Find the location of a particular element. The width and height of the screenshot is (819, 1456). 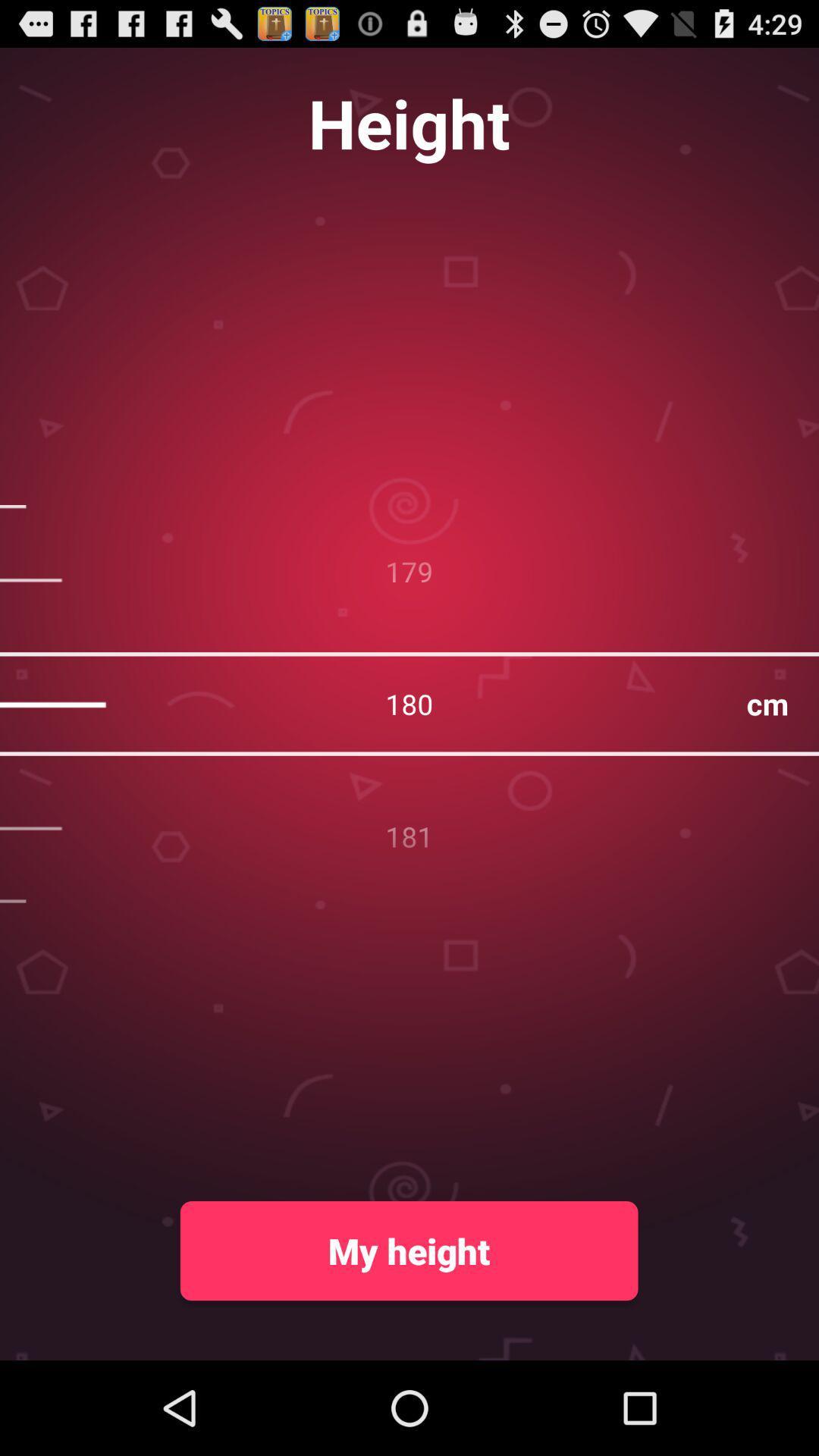

the my height icon is located at coordinates (408, 1250).